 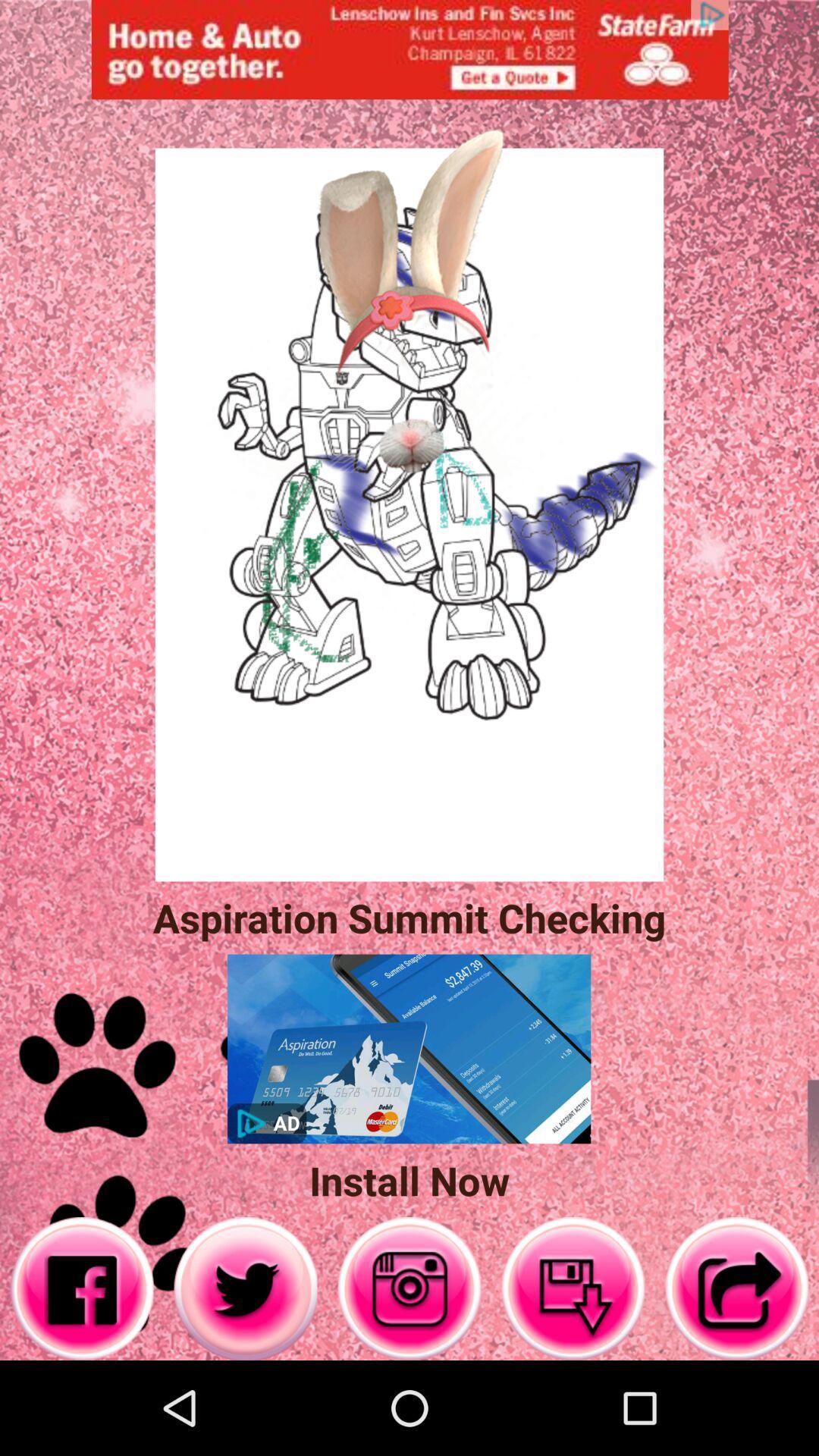 What do you see at coordinates (245, 1288) in the screenshot?
I see `twiter button` at bounding box center [245, 1288].